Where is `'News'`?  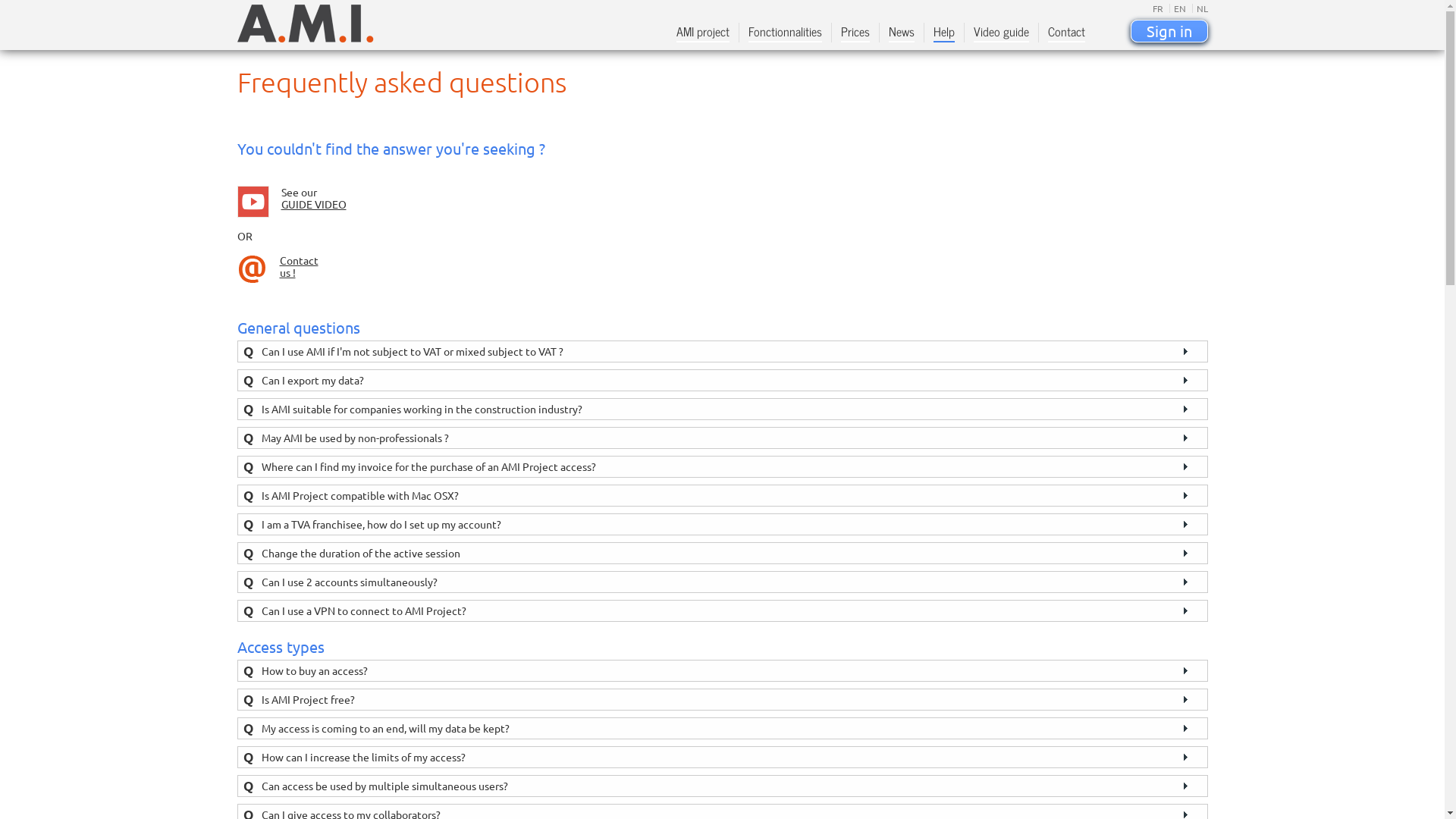 'News' is located at coordinates (902, 33).